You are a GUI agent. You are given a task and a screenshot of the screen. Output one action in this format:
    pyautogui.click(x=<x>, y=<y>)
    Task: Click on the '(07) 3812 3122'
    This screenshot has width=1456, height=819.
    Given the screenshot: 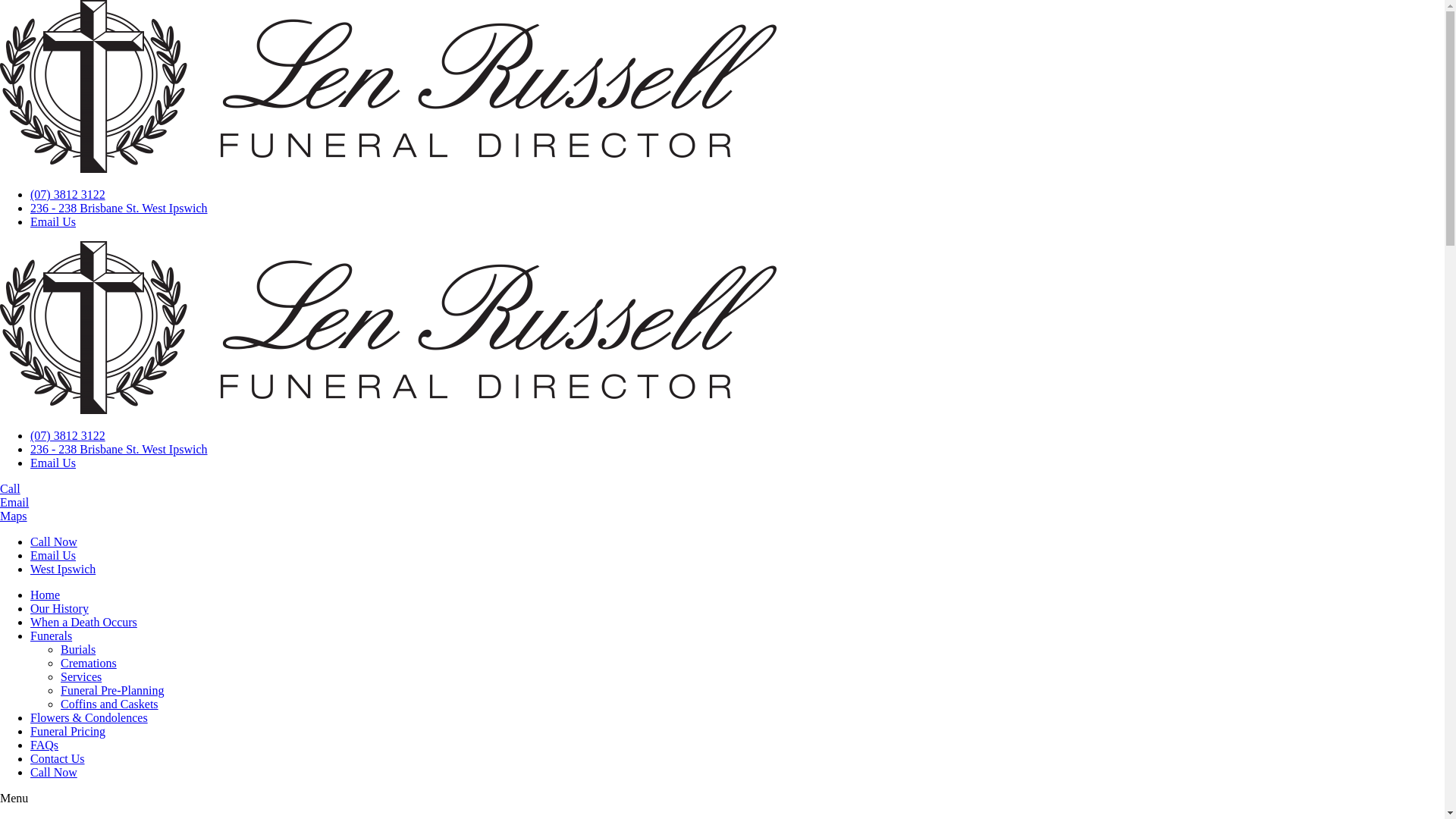 What is the action you would take?
    pyautogui.click(x=67, y=193)
    